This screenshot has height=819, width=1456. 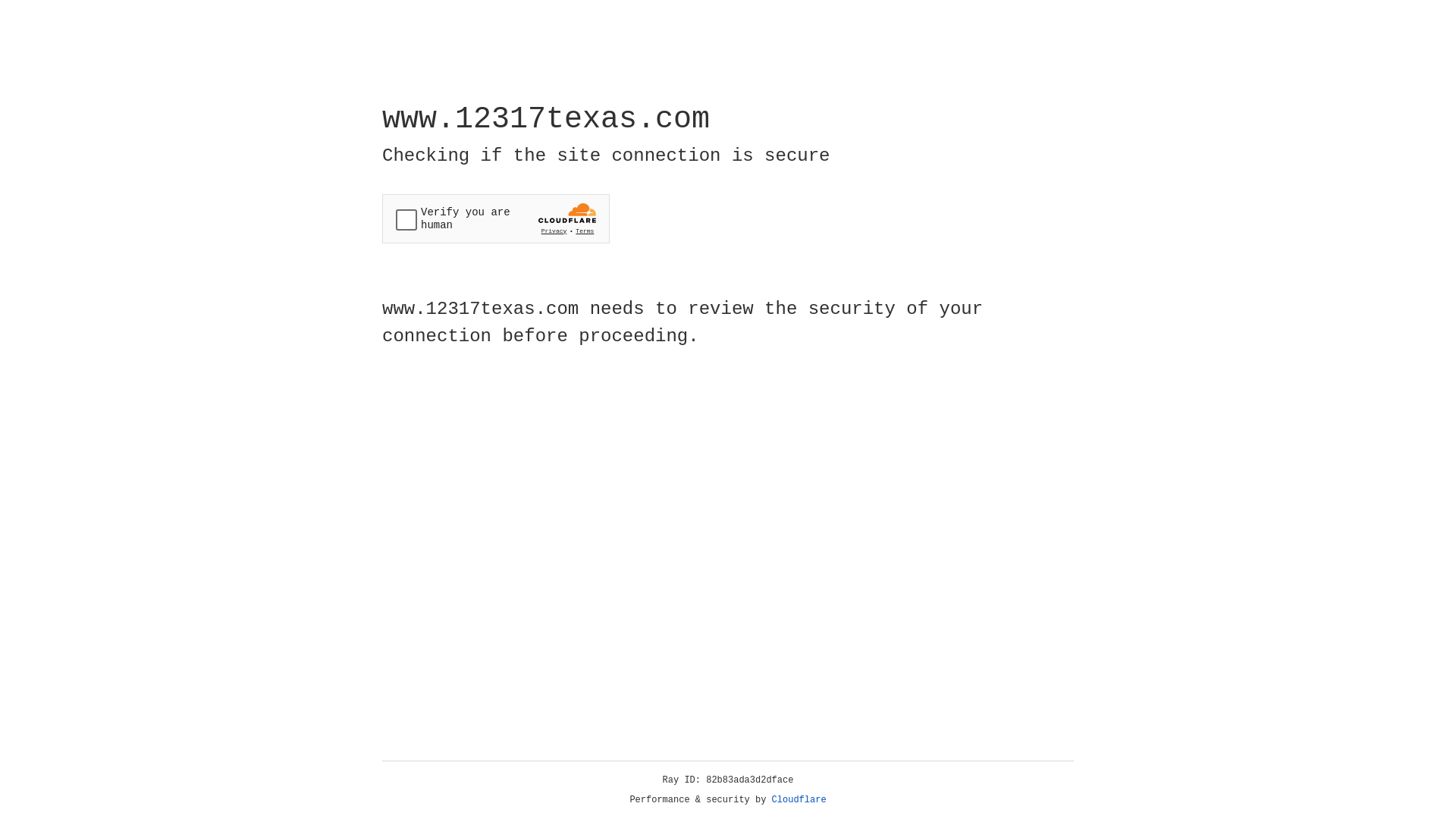 I want to click on 'Cloudflare', so click(x=799, y=799).